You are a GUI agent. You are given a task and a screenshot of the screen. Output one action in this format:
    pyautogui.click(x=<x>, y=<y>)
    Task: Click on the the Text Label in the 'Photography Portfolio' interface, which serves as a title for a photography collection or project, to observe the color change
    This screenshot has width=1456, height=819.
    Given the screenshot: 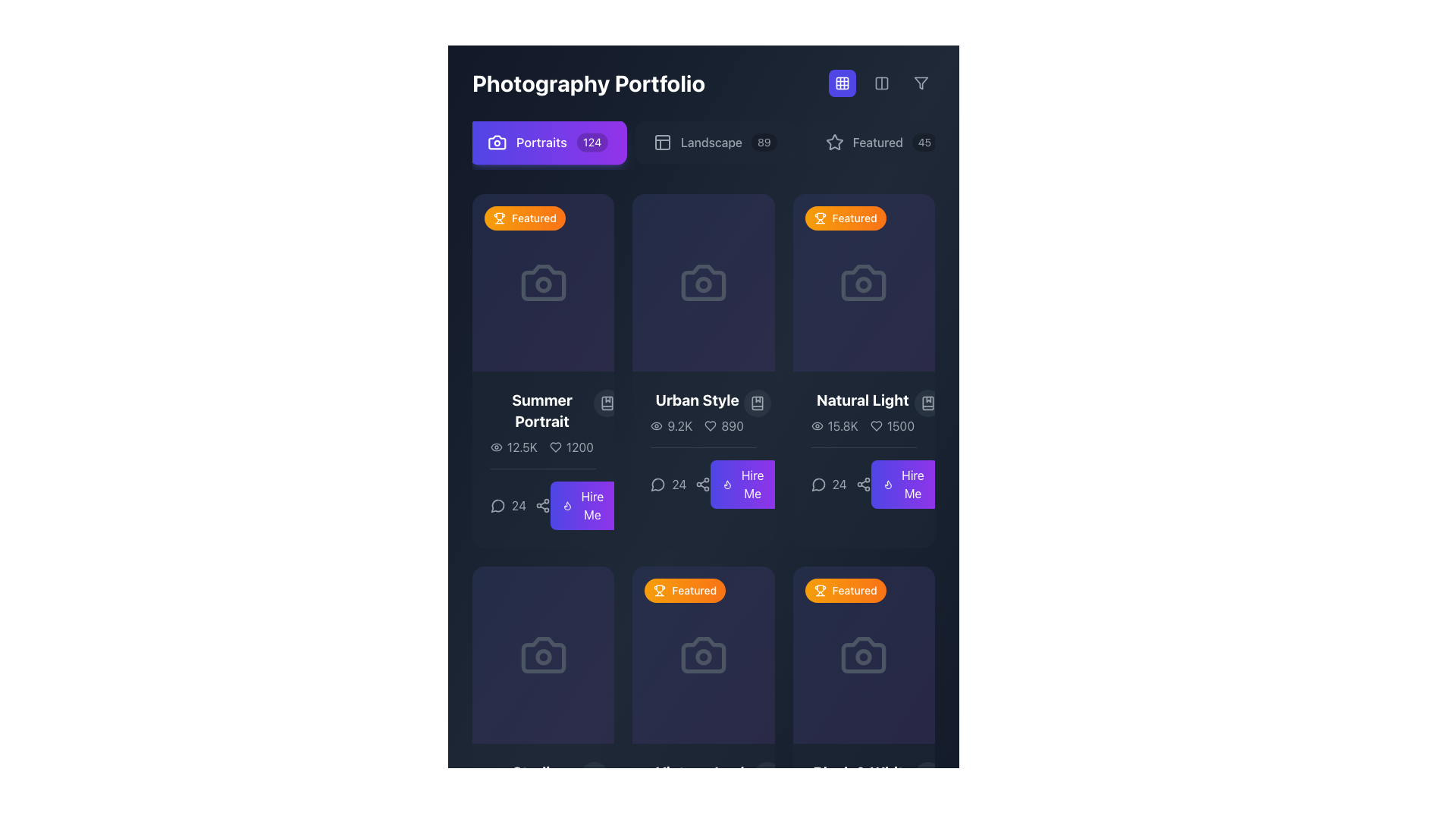 What is the action you would take?
    pyautogui.click(x=696, y=400)
    